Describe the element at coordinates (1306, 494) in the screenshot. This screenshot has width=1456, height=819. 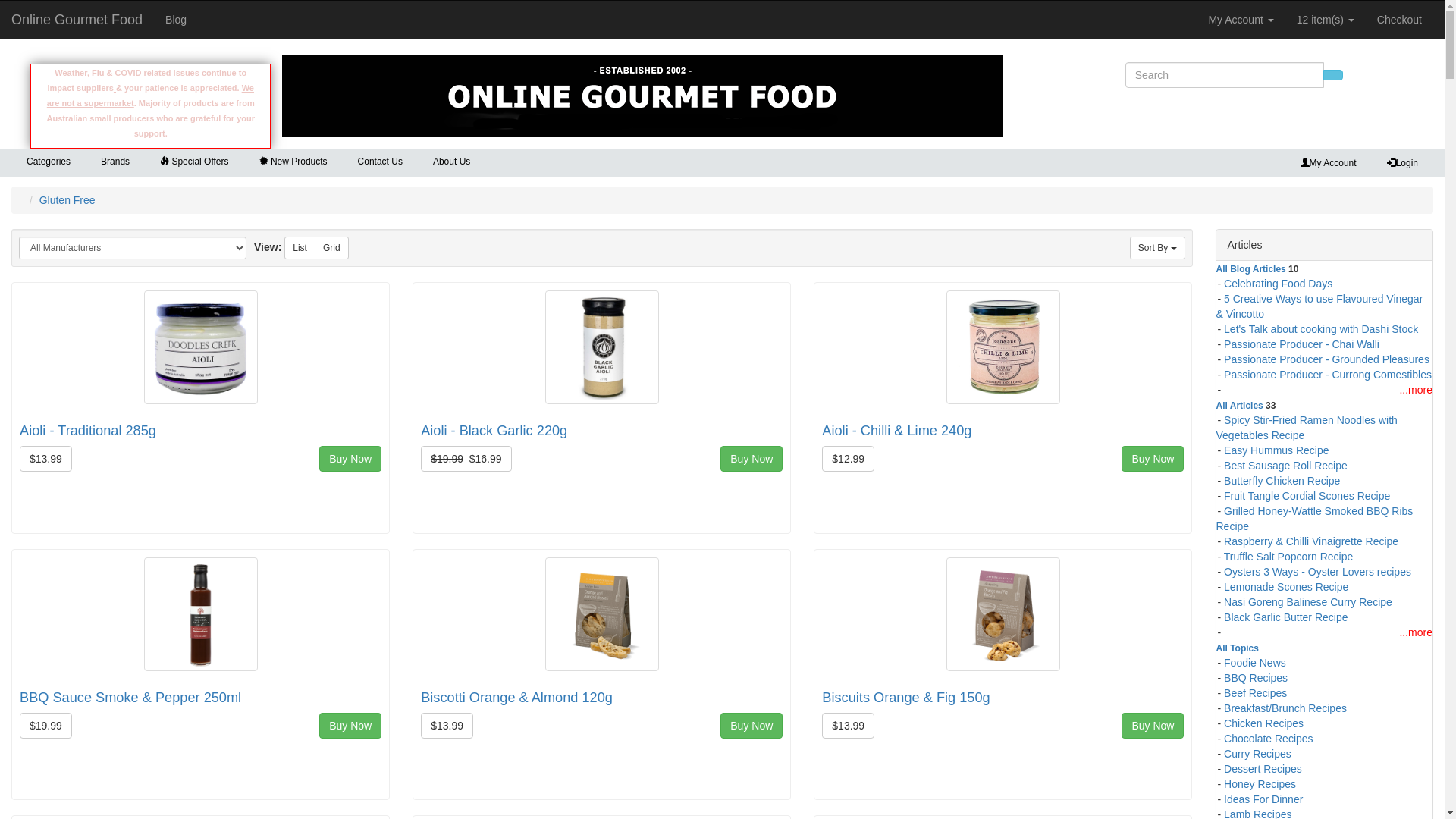
I see `'Fruit Tangle Cordial Scones Recipe'` at that location.